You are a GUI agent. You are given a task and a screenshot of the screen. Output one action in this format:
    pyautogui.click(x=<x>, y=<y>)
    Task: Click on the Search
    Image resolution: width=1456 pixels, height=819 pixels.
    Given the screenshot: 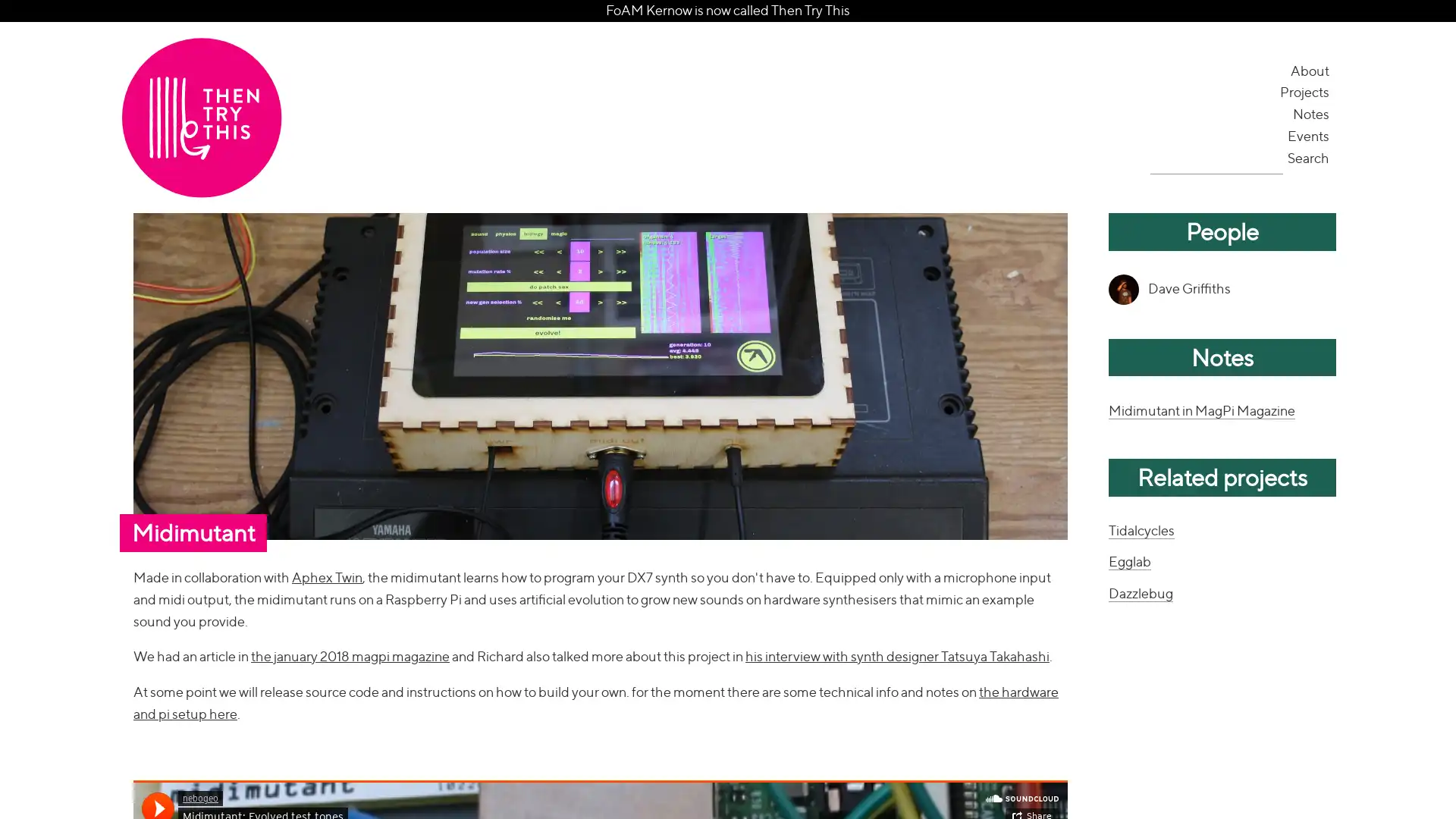 What is the action you would take?
    pyautogui.click(x=1309, y=157)
    